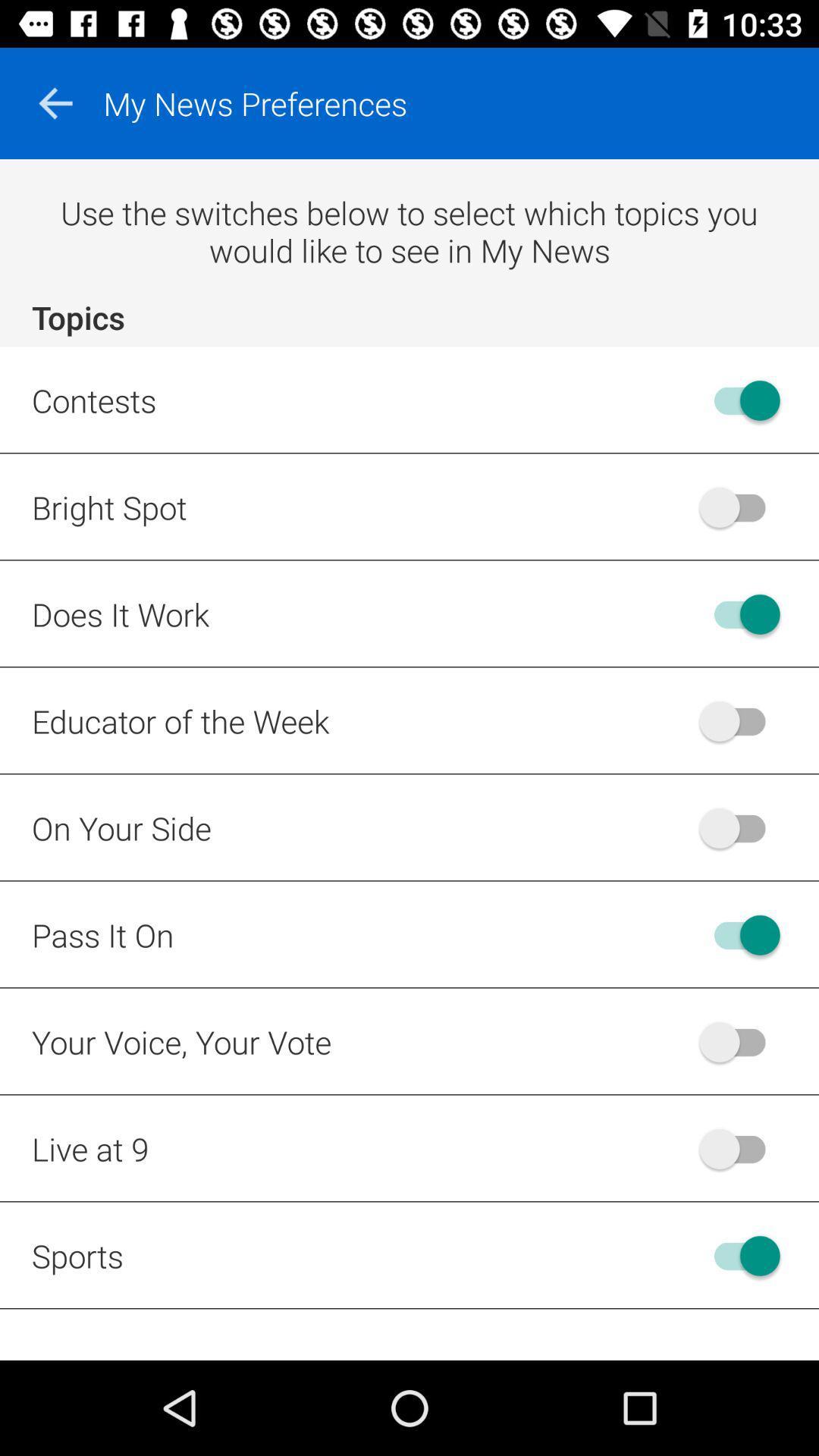 The image size is (819, 1456). Describe the element at coordinates (739, 827) in the screenshot. I see `on your side` at that location.